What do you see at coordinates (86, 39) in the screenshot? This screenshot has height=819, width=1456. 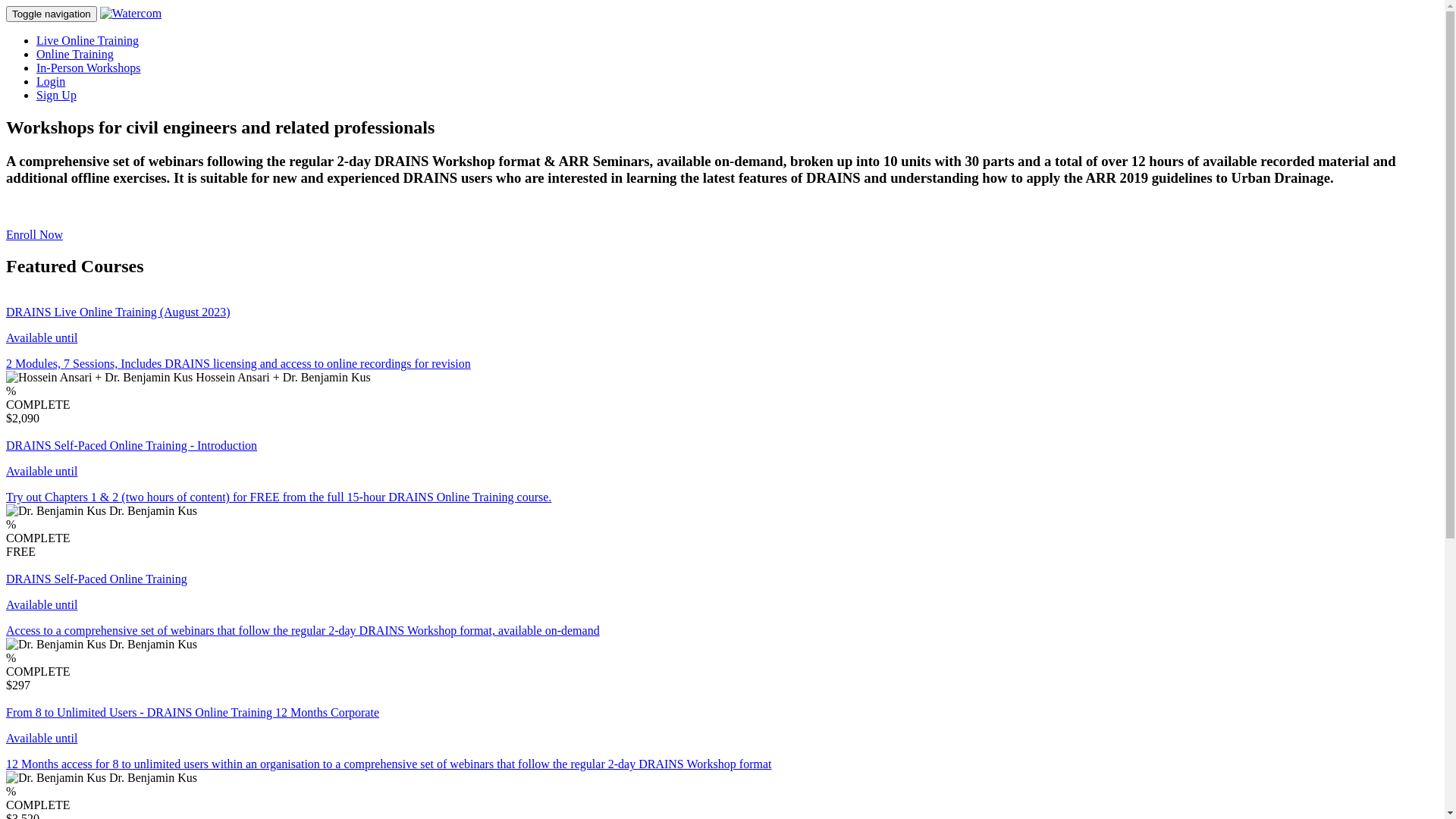 I see `'Live Online Training'` at bounding box center [86, 39].